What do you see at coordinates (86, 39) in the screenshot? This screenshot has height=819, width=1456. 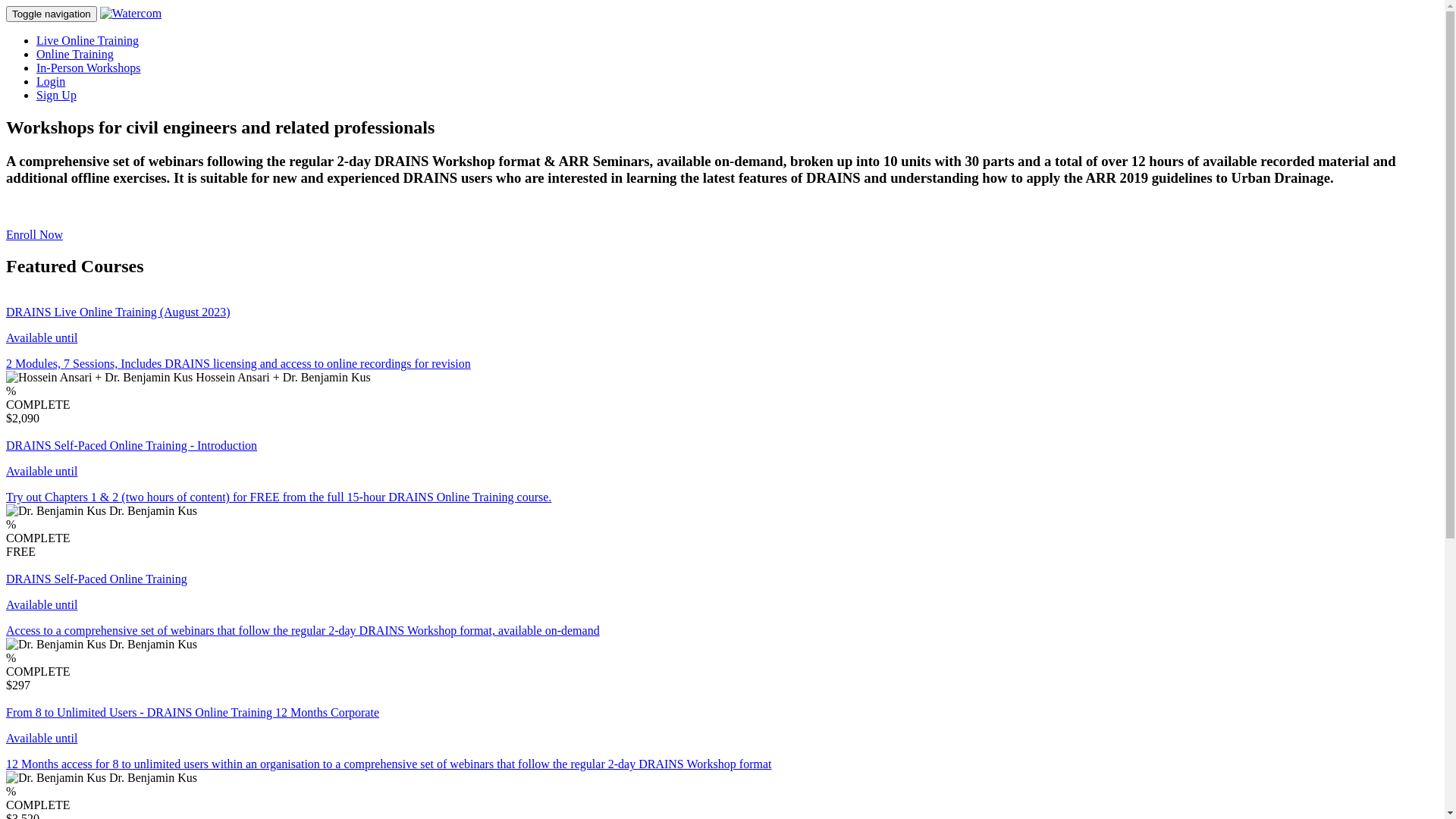 I see `'Live Online Training'` at bounding box center [86, 39].